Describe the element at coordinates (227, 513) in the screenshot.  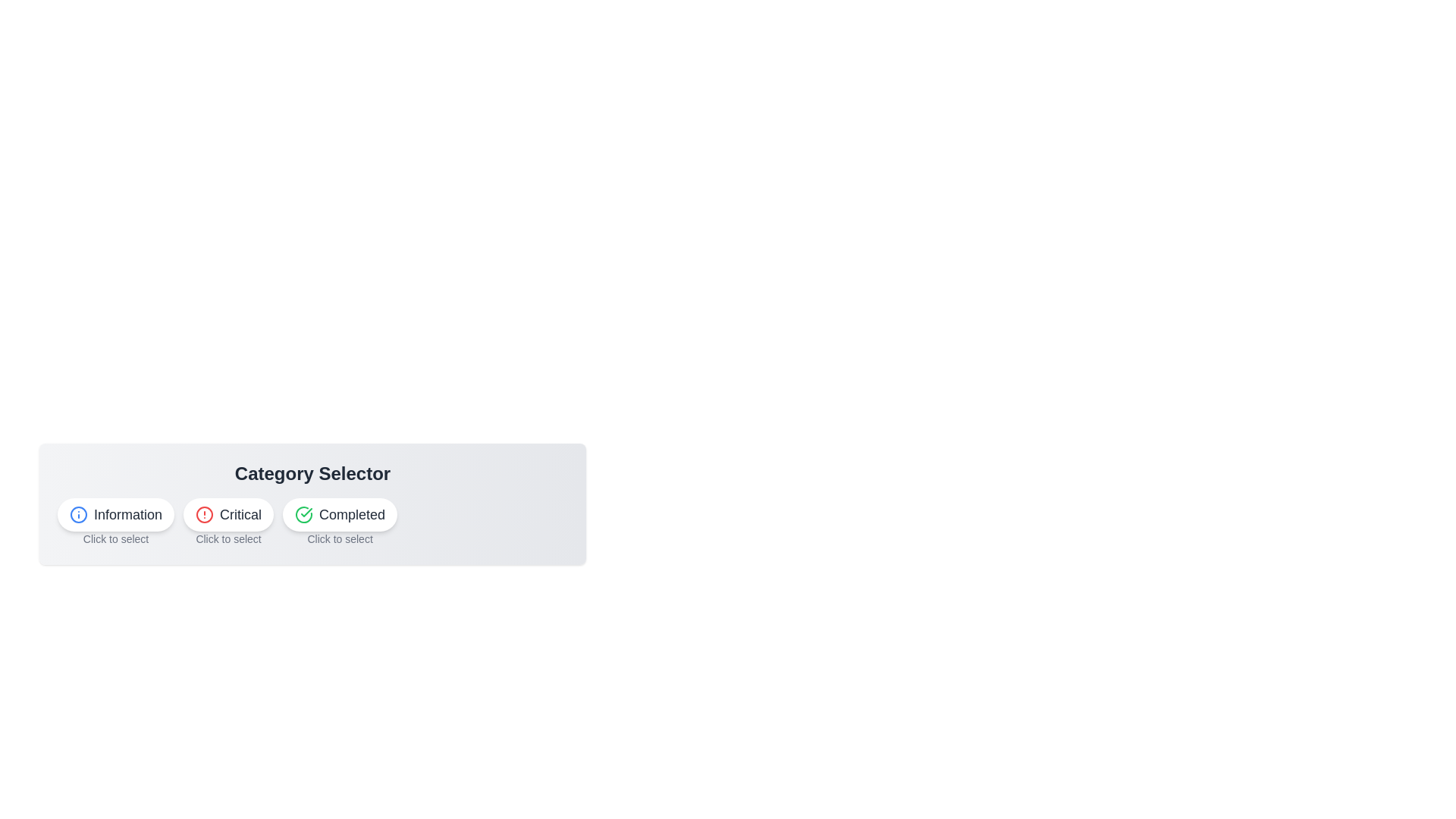
I see `the Critical button` at that location.